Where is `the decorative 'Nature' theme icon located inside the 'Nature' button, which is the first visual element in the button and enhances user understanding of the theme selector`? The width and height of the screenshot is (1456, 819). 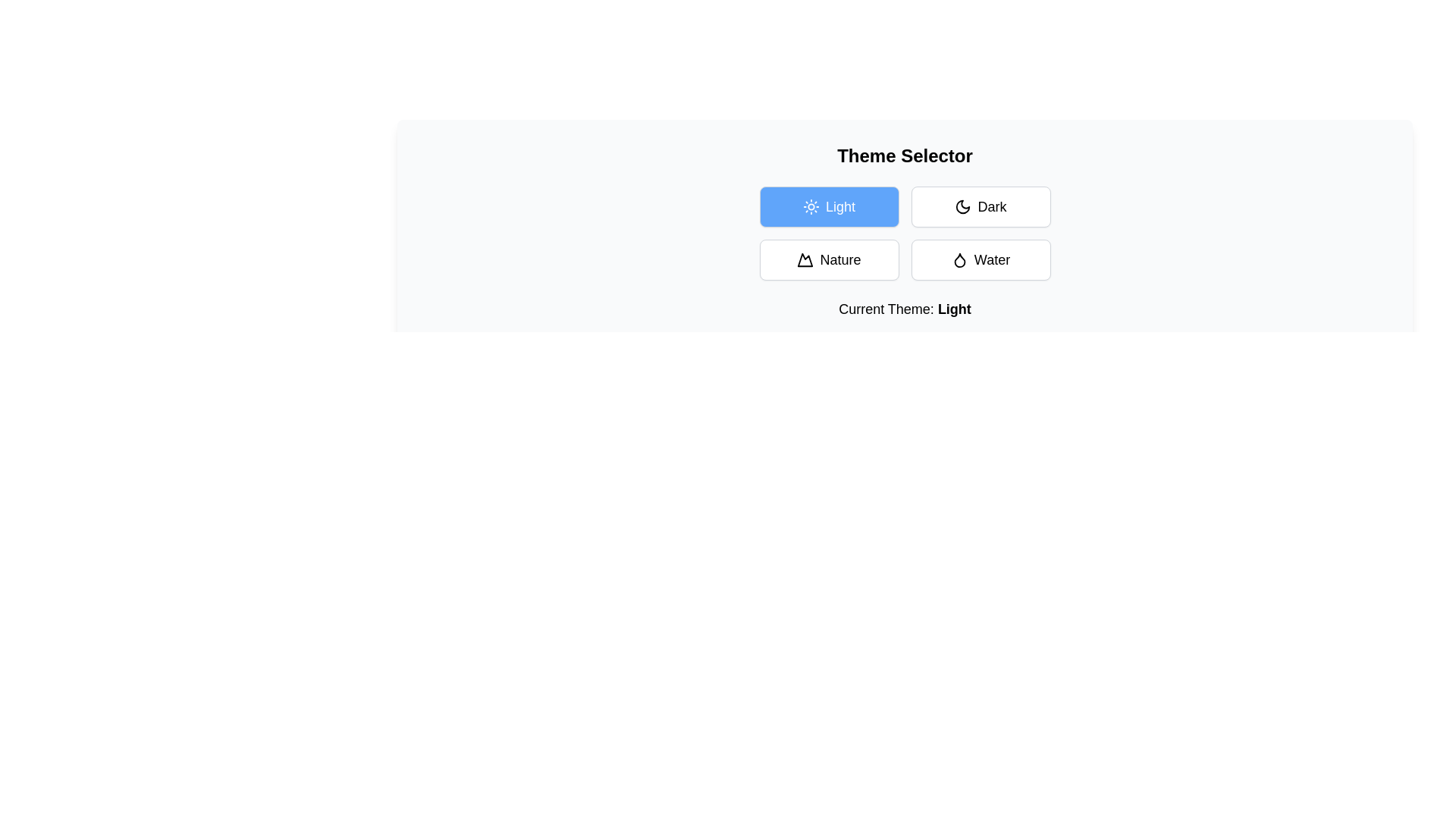 the decorative 'Nature' theme icon located inside the 'Nature' button, which is the first visual element in the button and enhances user understanding of the theme selector is located at coordinates (805, 259).